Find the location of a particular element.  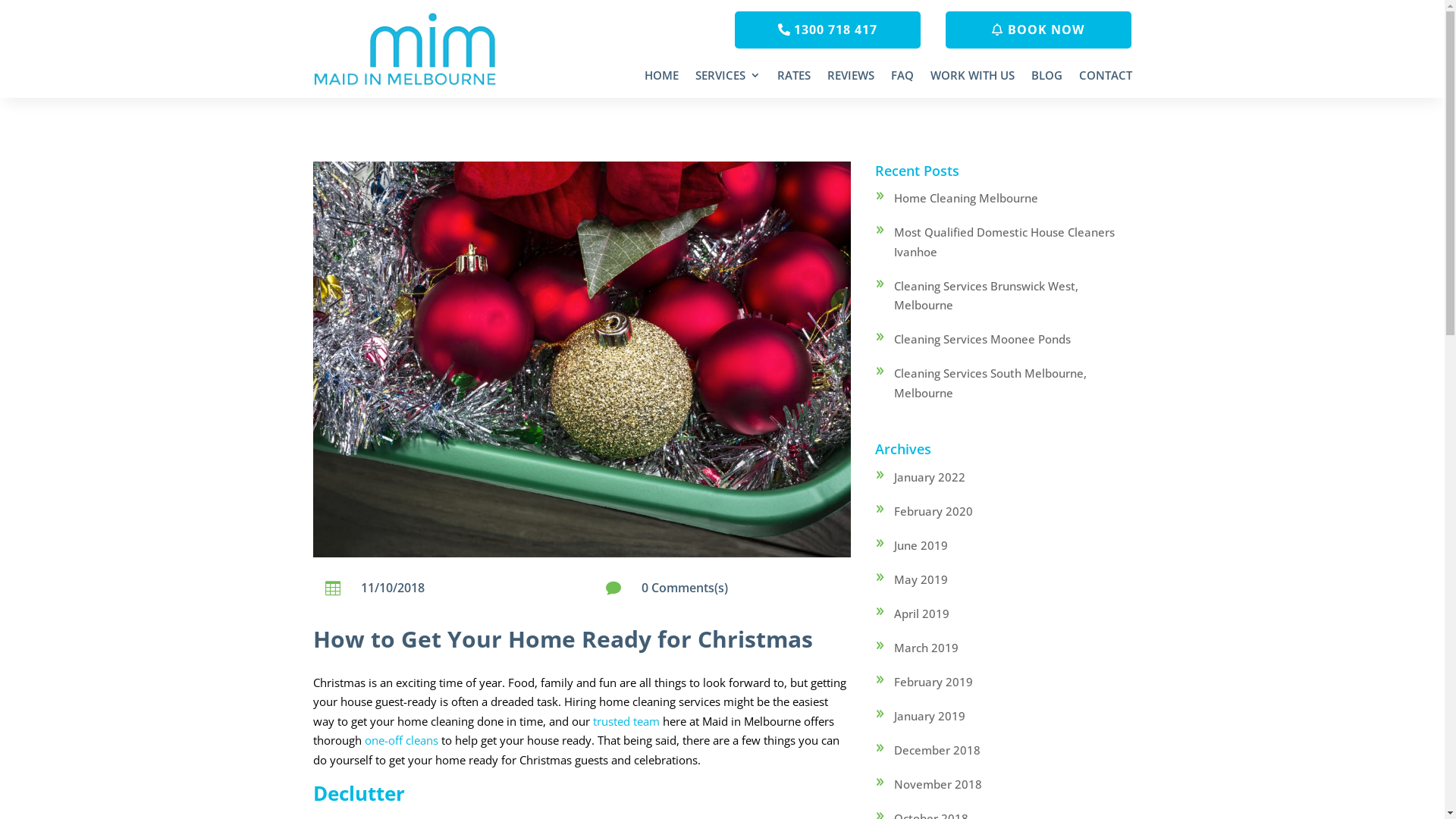

'RATES' is located at coordinates (792, 78).